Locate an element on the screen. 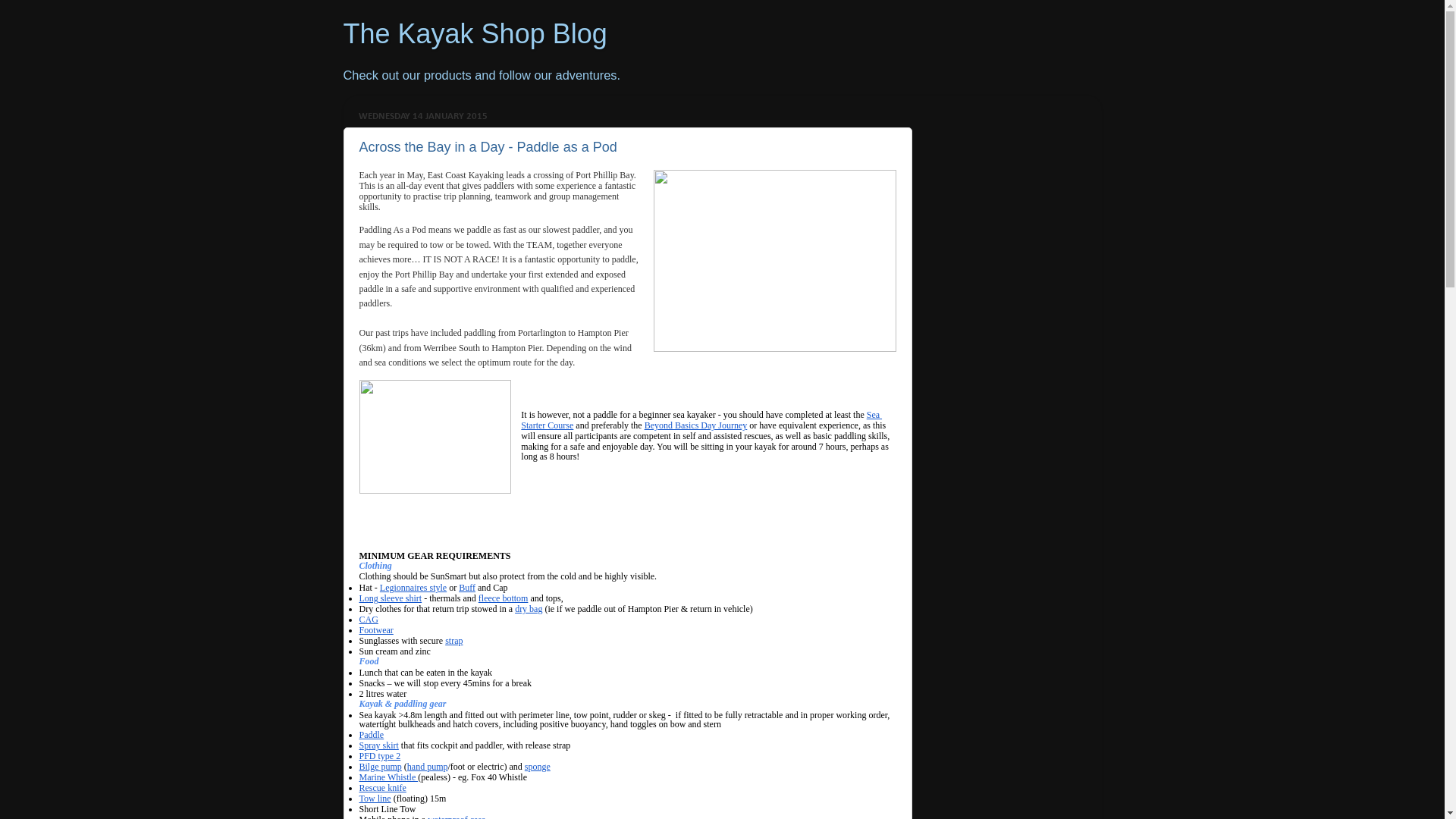 This screenshot has width=1456, height=819. 'PFD type 2' is located at coordinates (380, 755).